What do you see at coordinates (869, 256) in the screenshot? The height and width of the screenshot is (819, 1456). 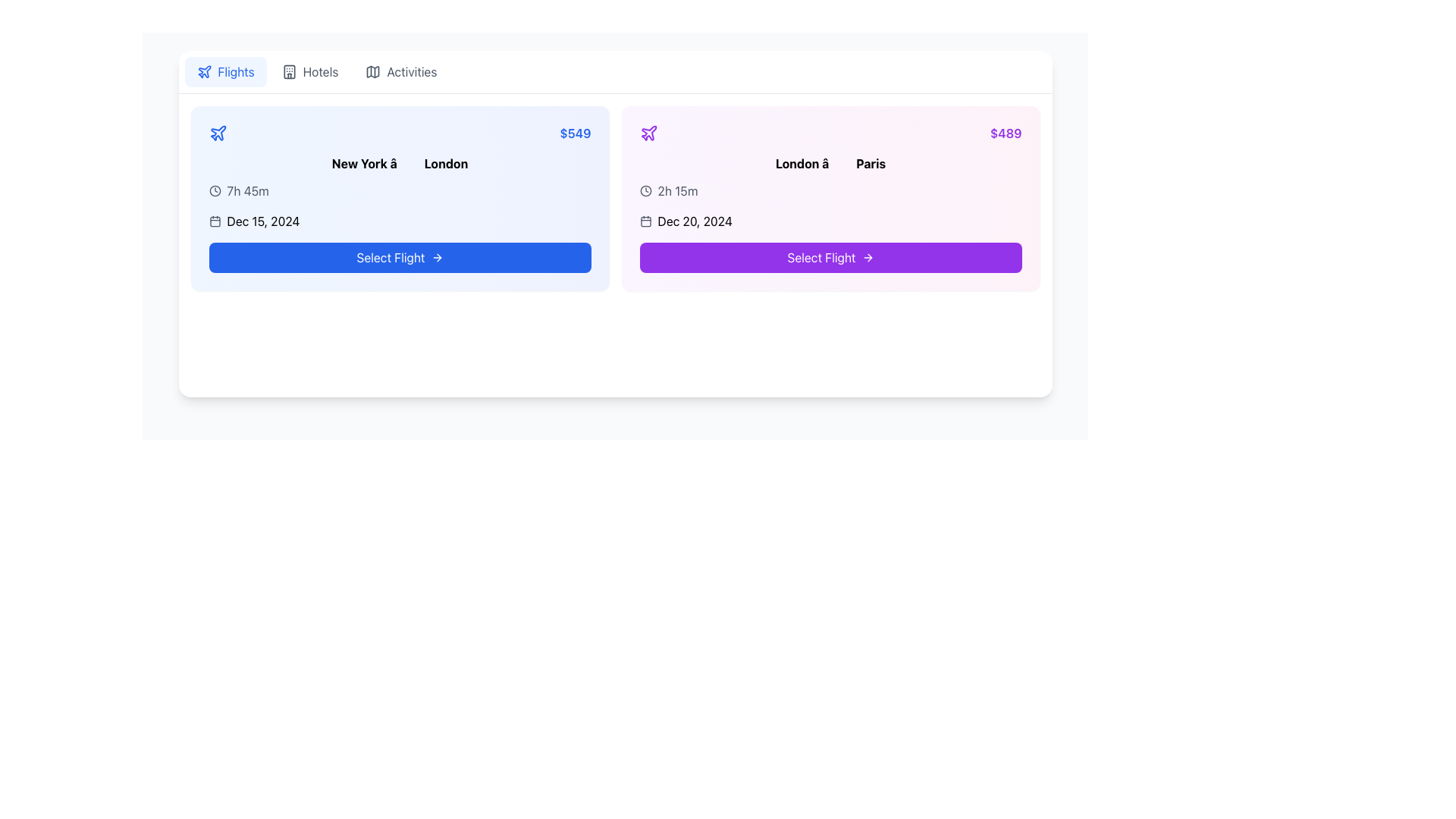 I see `the rightward arrow icon within the 'Select Flight' button on the second card to proceed with the flight option from London to Paris` at bounding box center [869, 256].